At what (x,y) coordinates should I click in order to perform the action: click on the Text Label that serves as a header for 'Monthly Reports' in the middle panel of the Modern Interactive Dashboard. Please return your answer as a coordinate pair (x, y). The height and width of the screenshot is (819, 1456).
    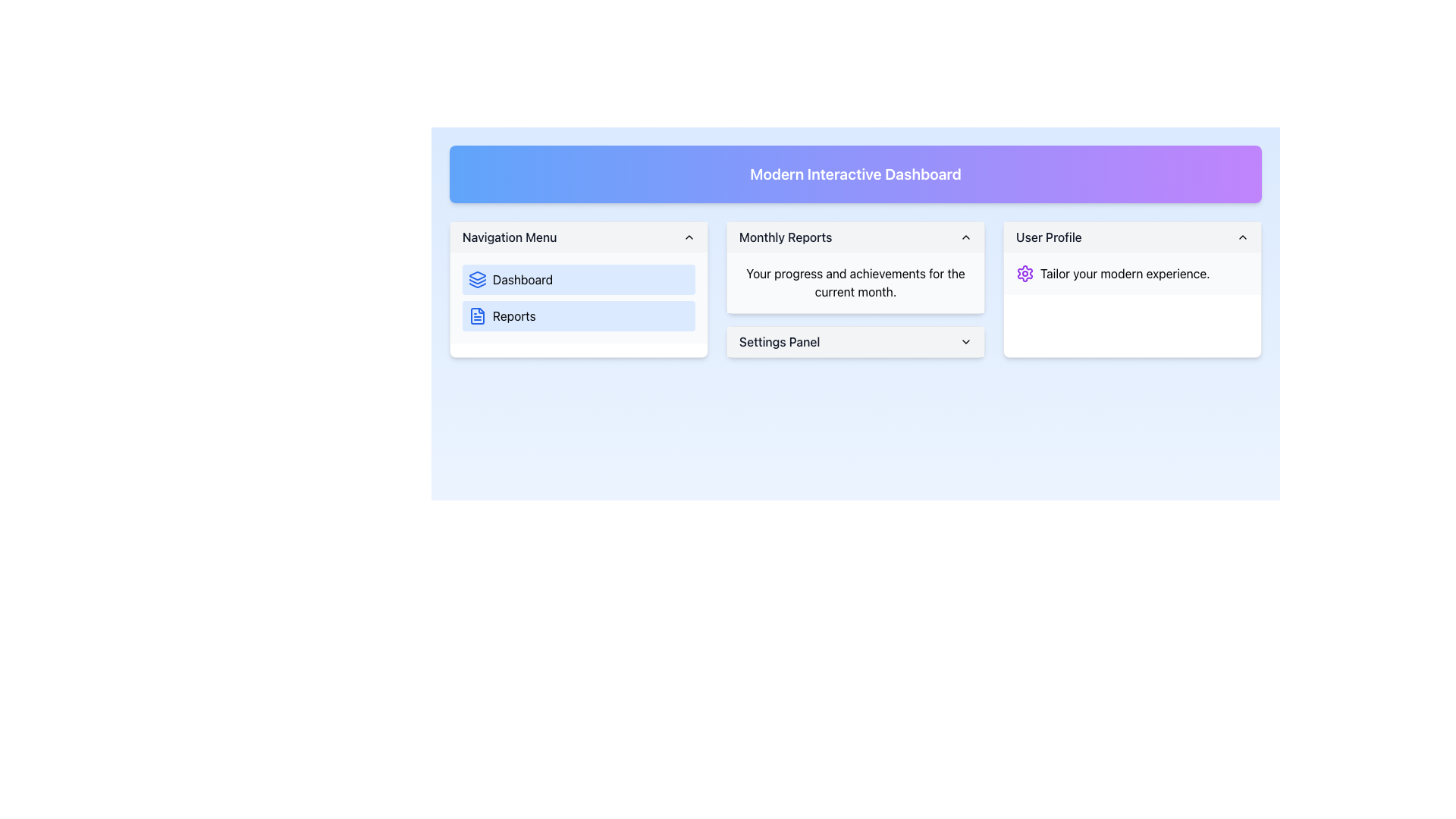
    Looking at the image, I should click on (786, 237).